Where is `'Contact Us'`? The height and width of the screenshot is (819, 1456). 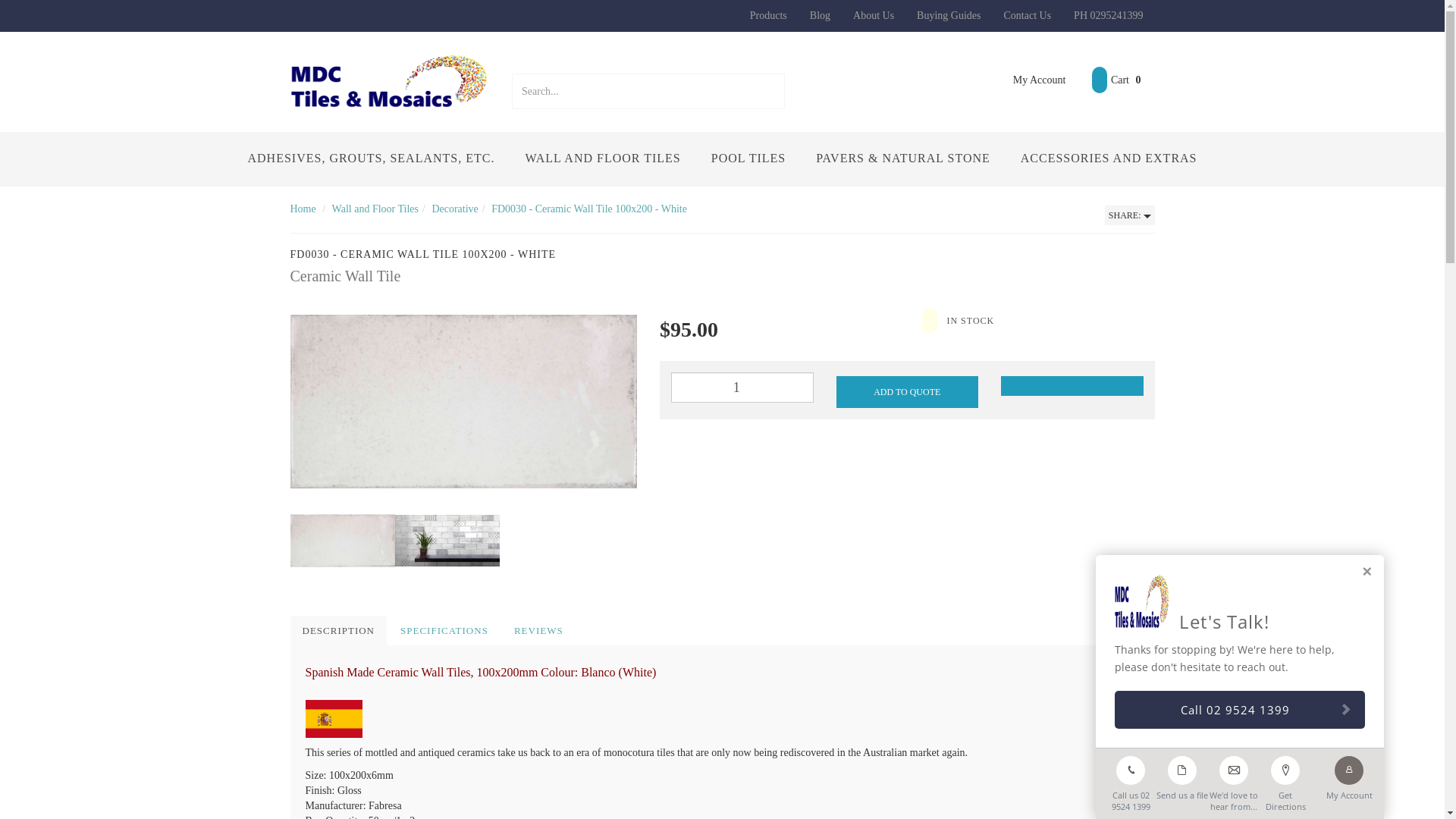
'Contact Us' is located at coordinates (992, 15).